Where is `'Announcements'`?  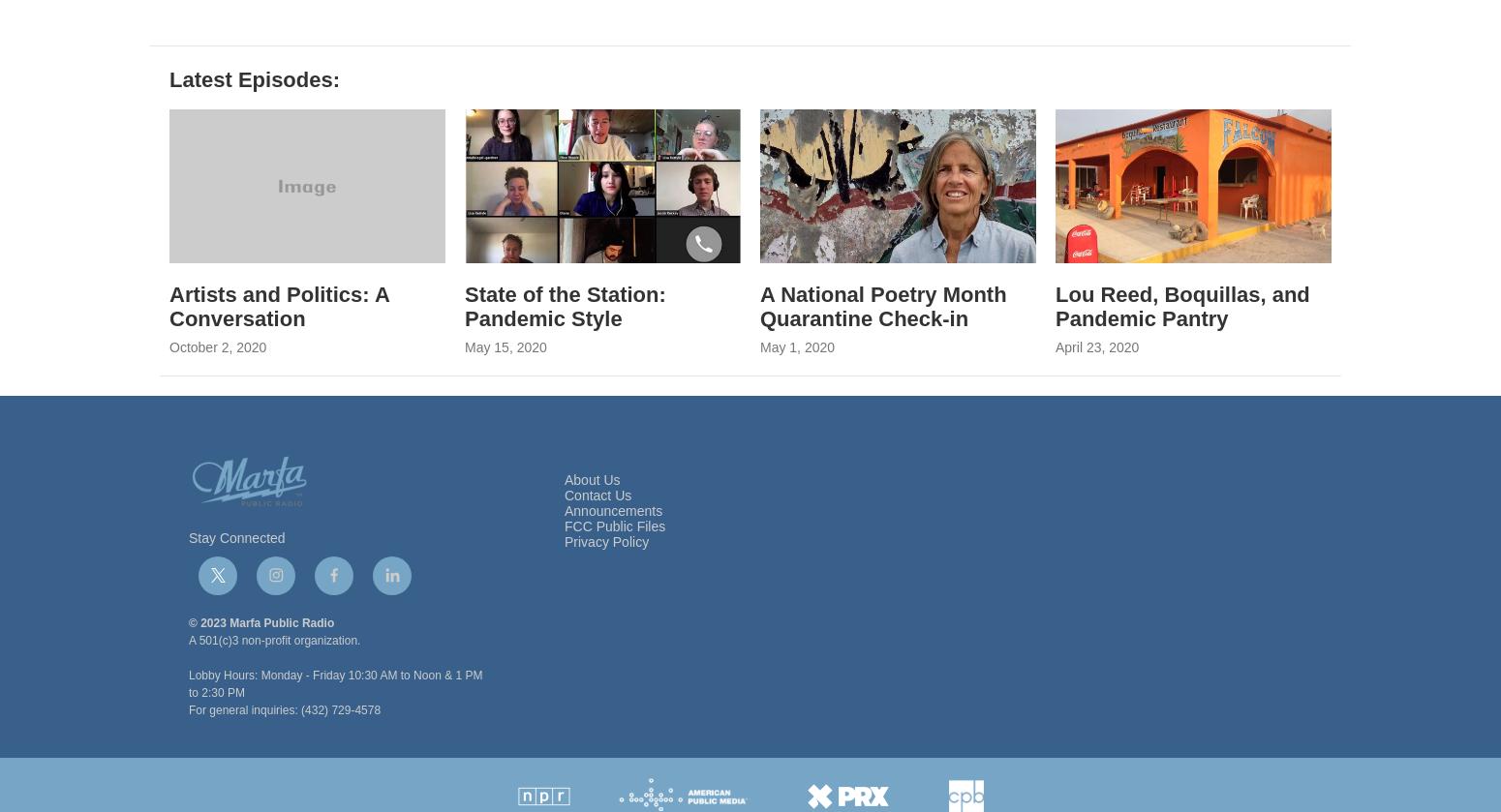 'Announcements' is located at coordinates (612, 556).